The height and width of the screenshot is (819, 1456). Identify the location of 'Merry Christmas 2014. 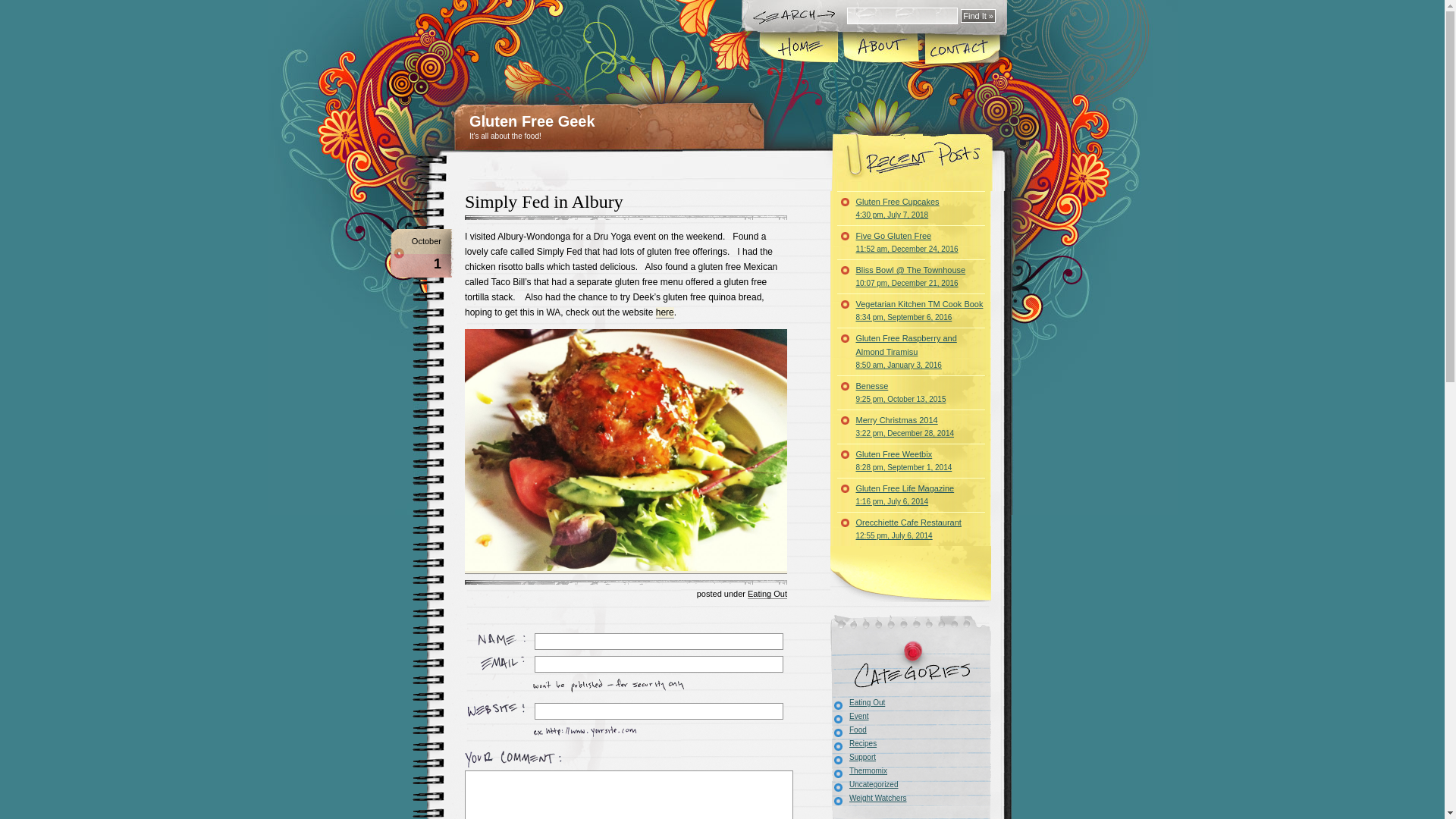
(836, 426).